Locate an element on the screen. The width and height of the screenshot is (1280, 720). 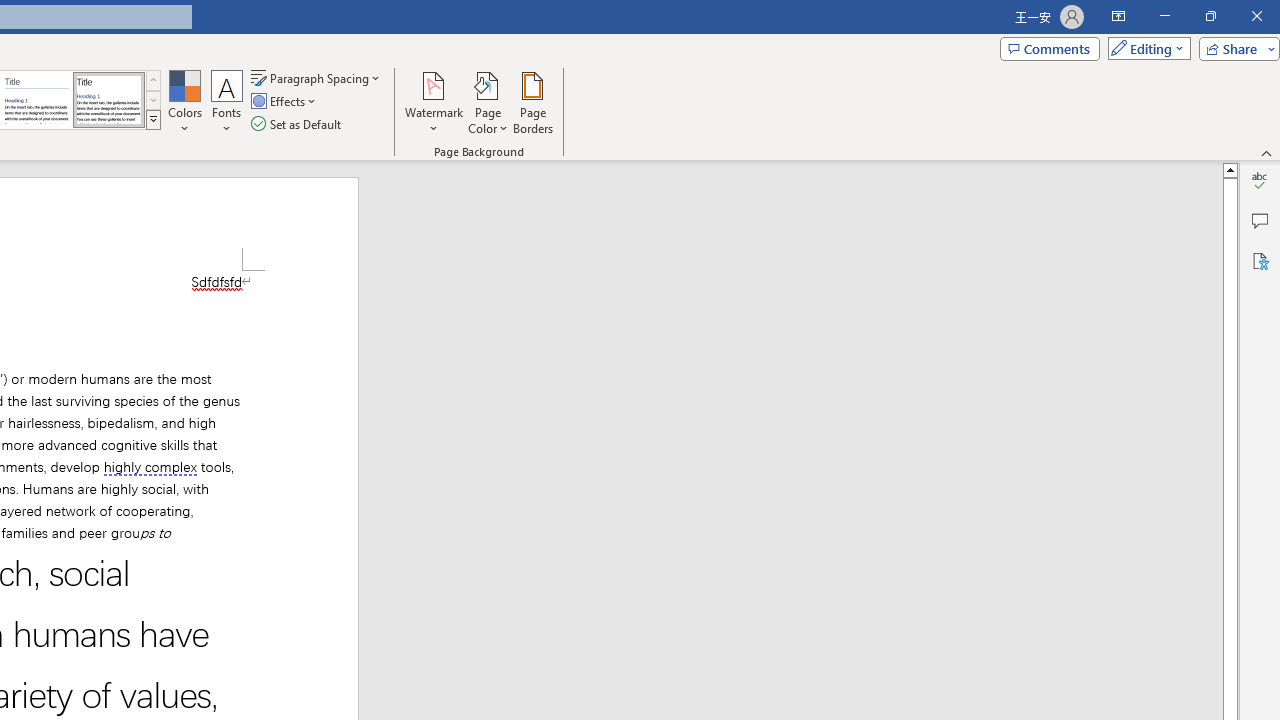
'Fonts' is located at coordinates (227, 103).